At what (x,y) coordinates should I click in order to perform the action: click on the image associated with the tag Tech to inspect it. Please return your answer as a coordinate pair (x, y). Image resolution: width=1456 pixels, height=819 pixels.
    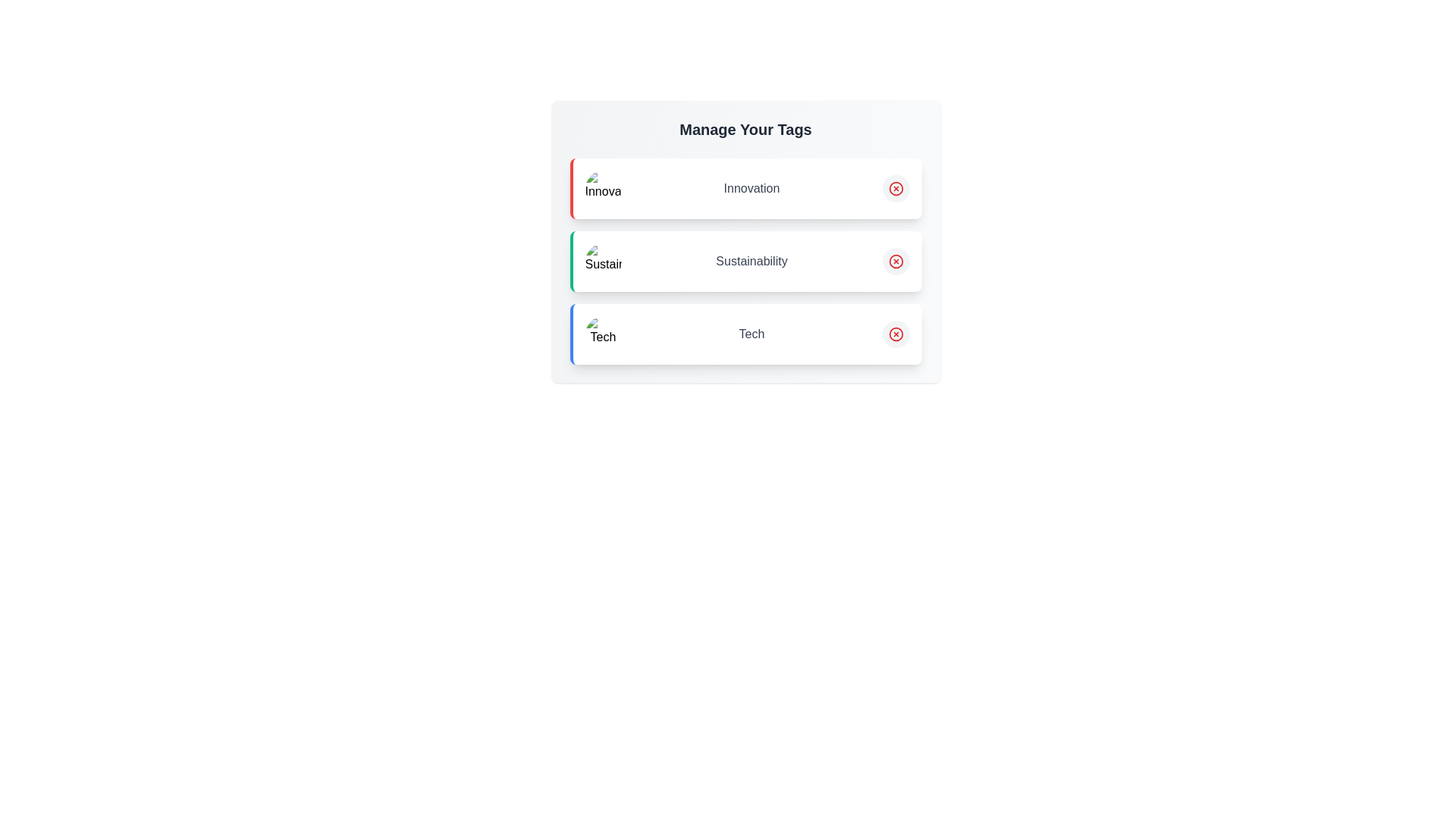
    Looking at the image, I should click on (602, 333).